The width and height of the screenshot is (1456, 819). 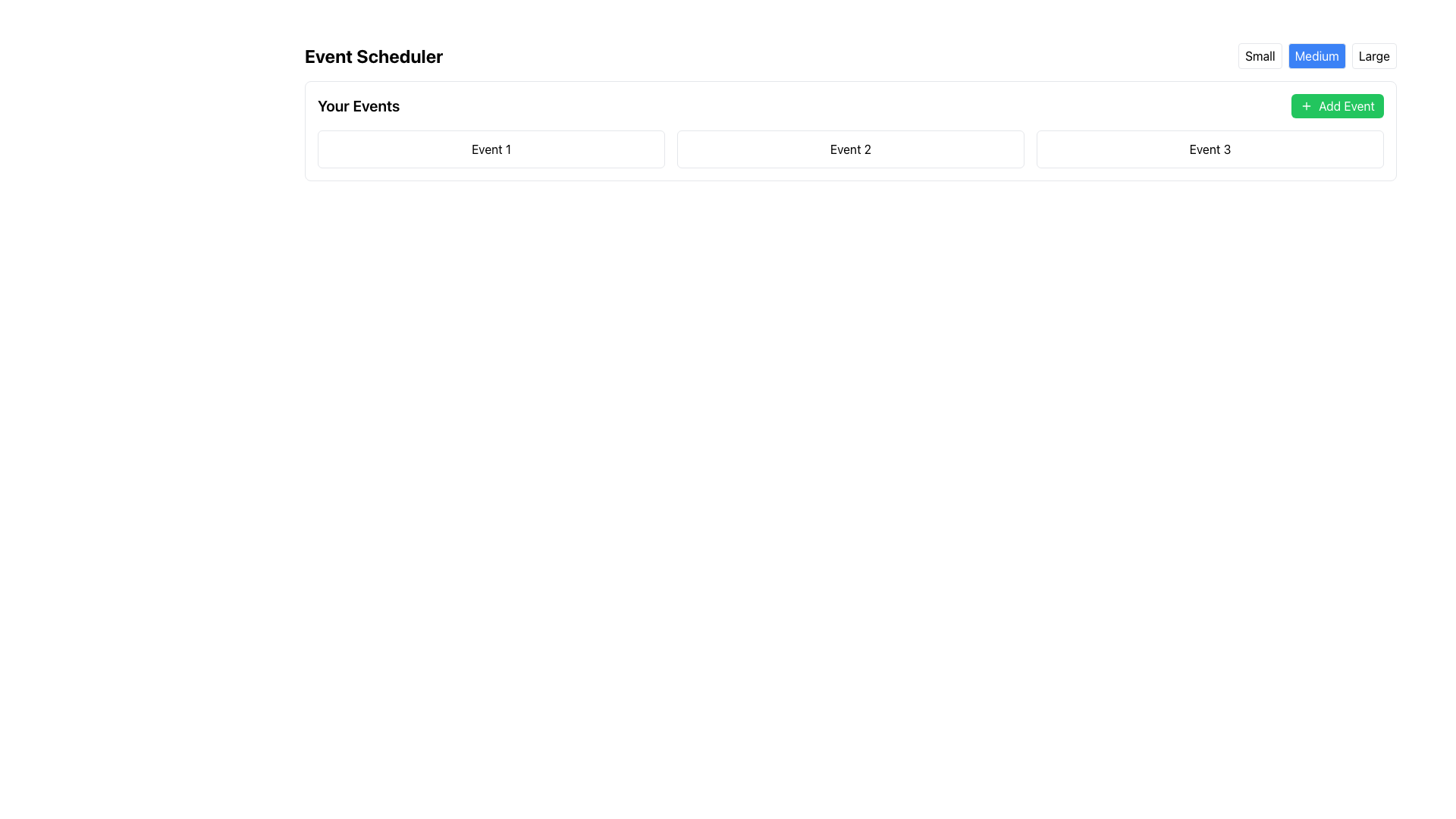 What do you see at coordinates (851, 149) in the screenshot?
I see `the Text Display Box labeled 'Event 2', which is the second element in a grid layout below the 'Your Events' title` at bounding box center [851, 149].